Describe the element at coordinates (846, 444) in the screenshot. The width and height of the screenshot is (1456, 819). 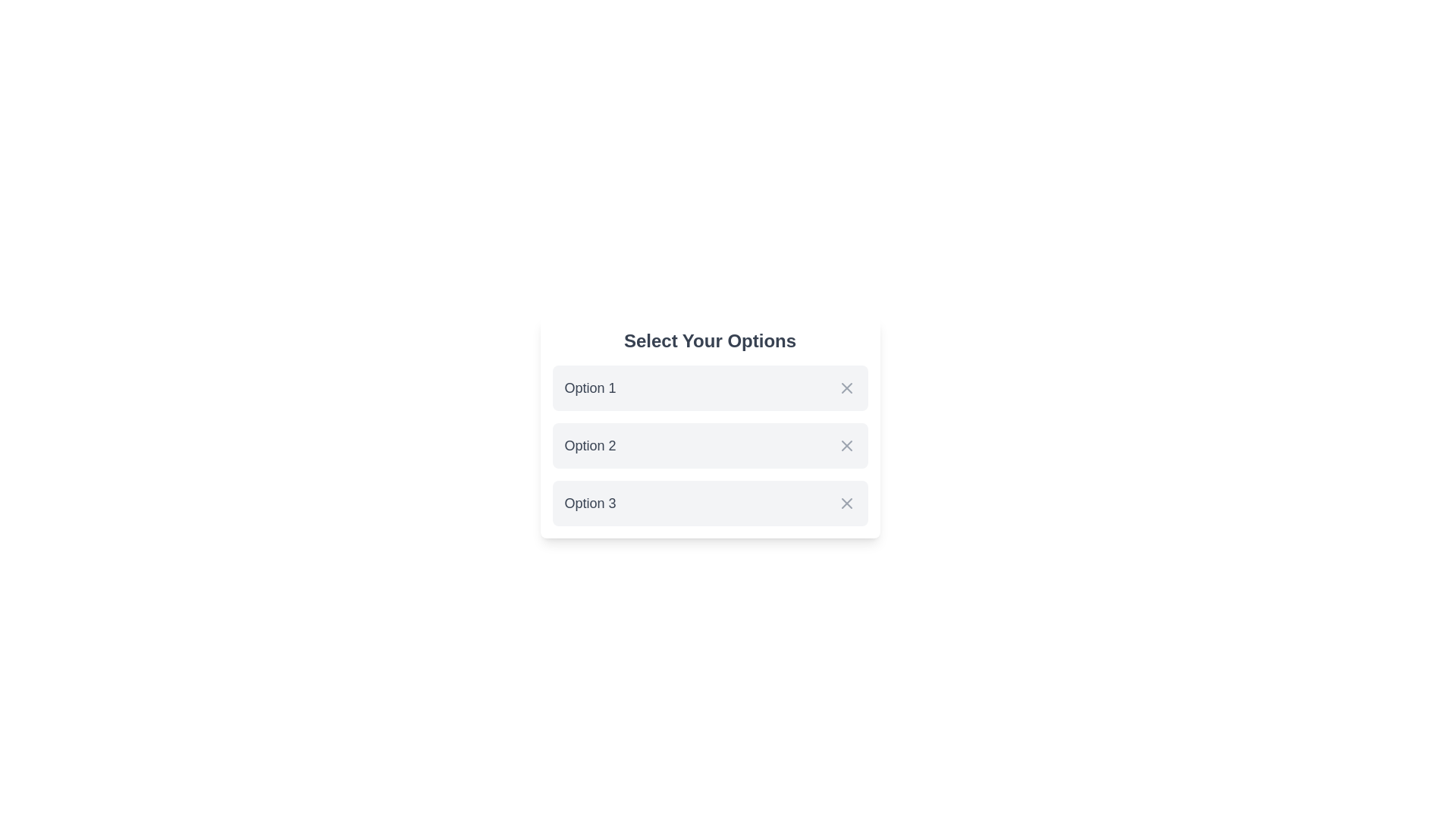
I see `the 'X' icon in the top-right corner associated with the 'Option 2' item to potentially display a tooltip or change its visual state` at that location.